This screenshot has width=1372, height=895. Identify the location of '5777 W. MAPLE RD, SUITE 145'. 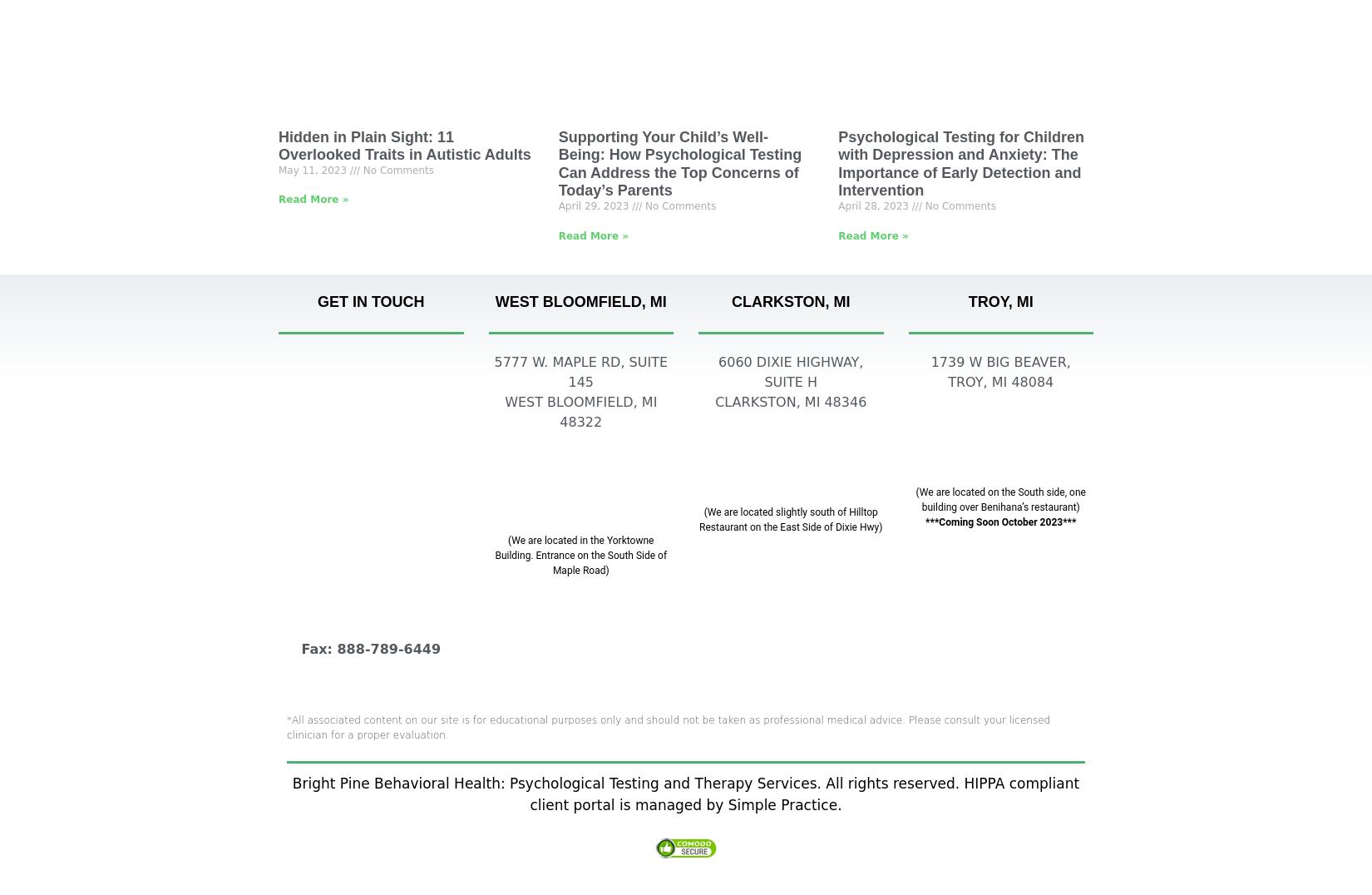
(580, 372).